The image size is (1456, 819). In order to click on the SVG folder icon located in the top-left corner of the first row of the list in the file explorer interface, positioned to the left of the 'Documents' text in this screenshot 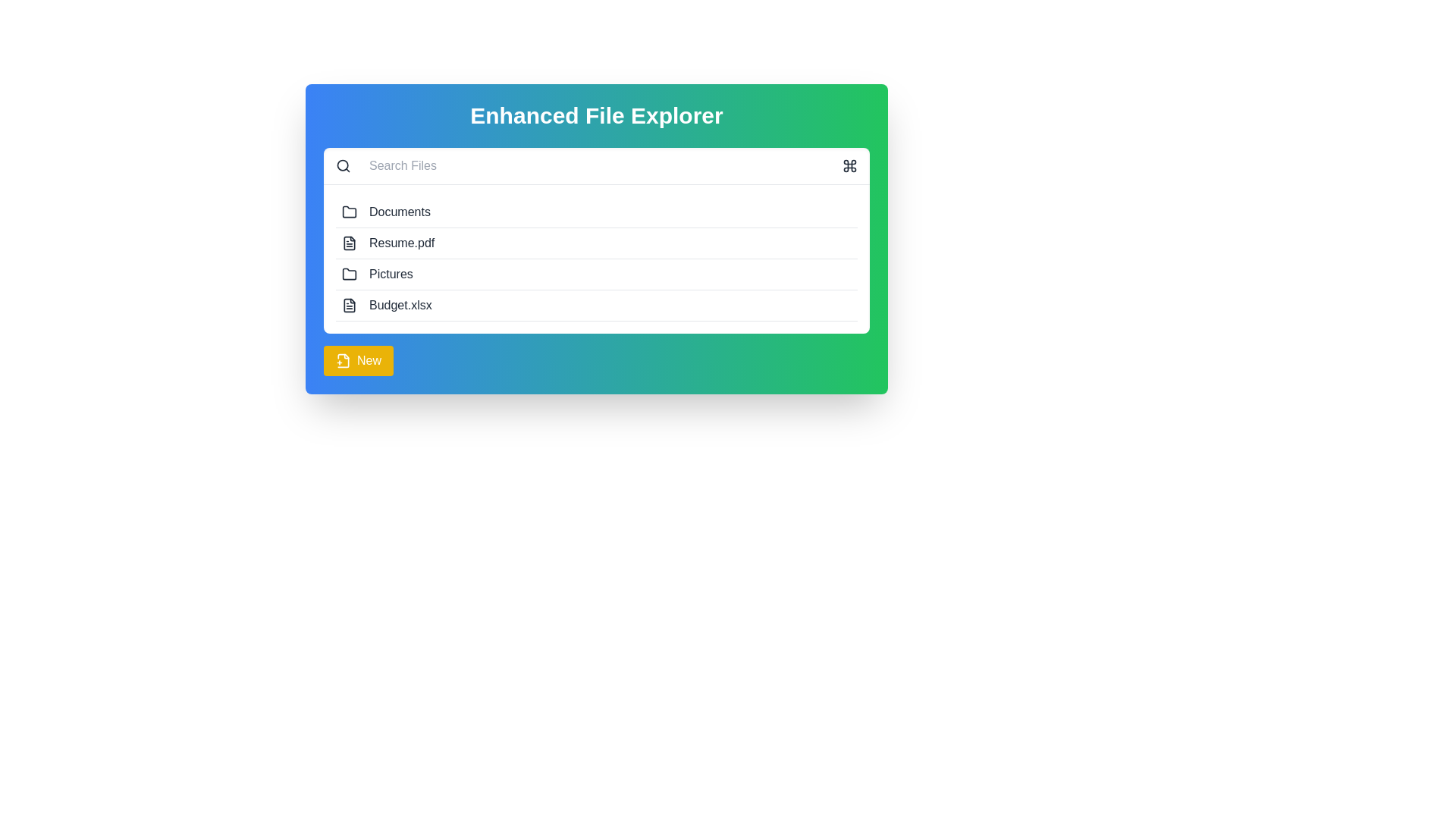, I will do `click(348, 211)`.